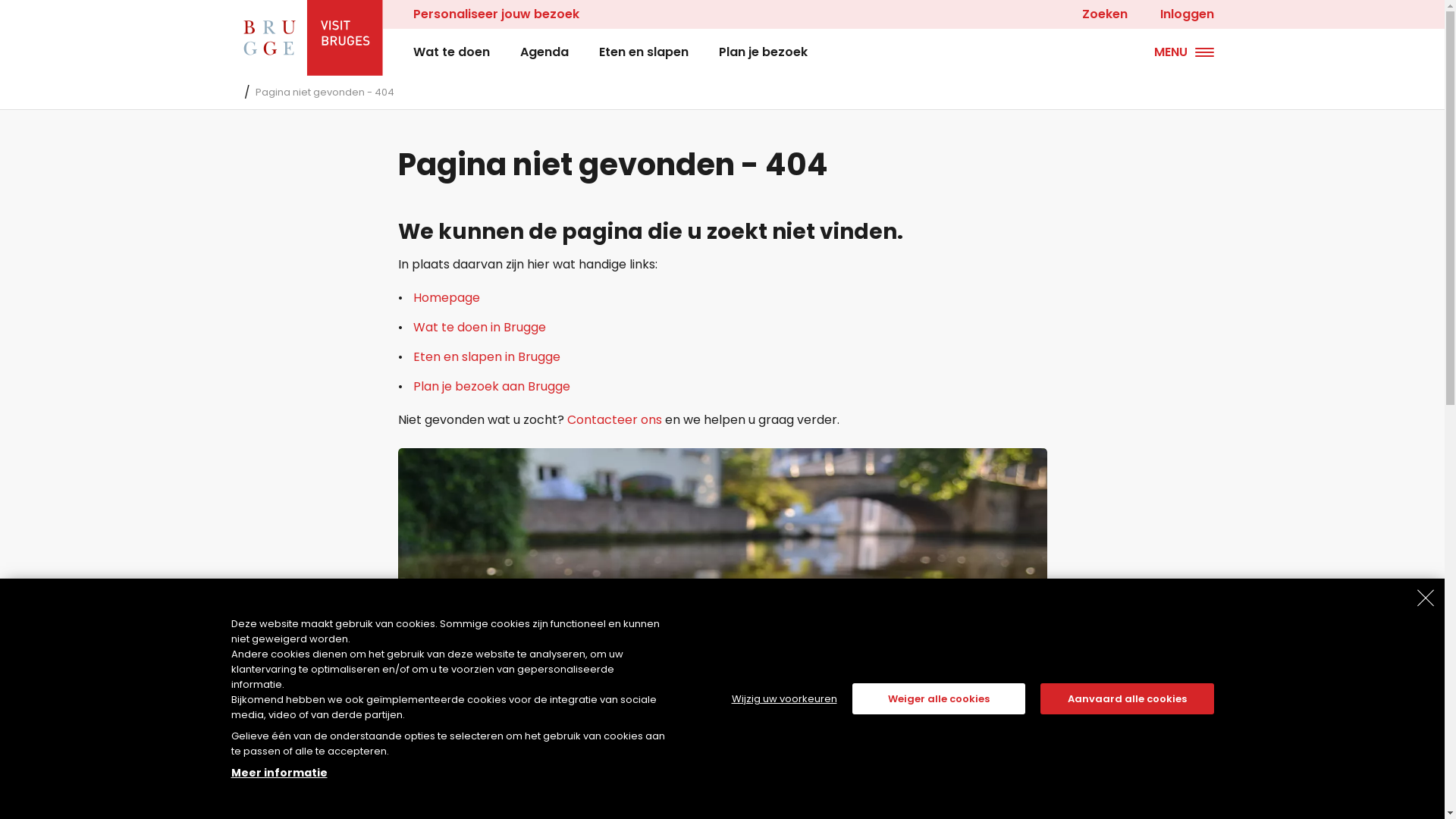 This screenshot has height=819, width=1456. I want to click on 'Wat te doen', so click(412, 52).